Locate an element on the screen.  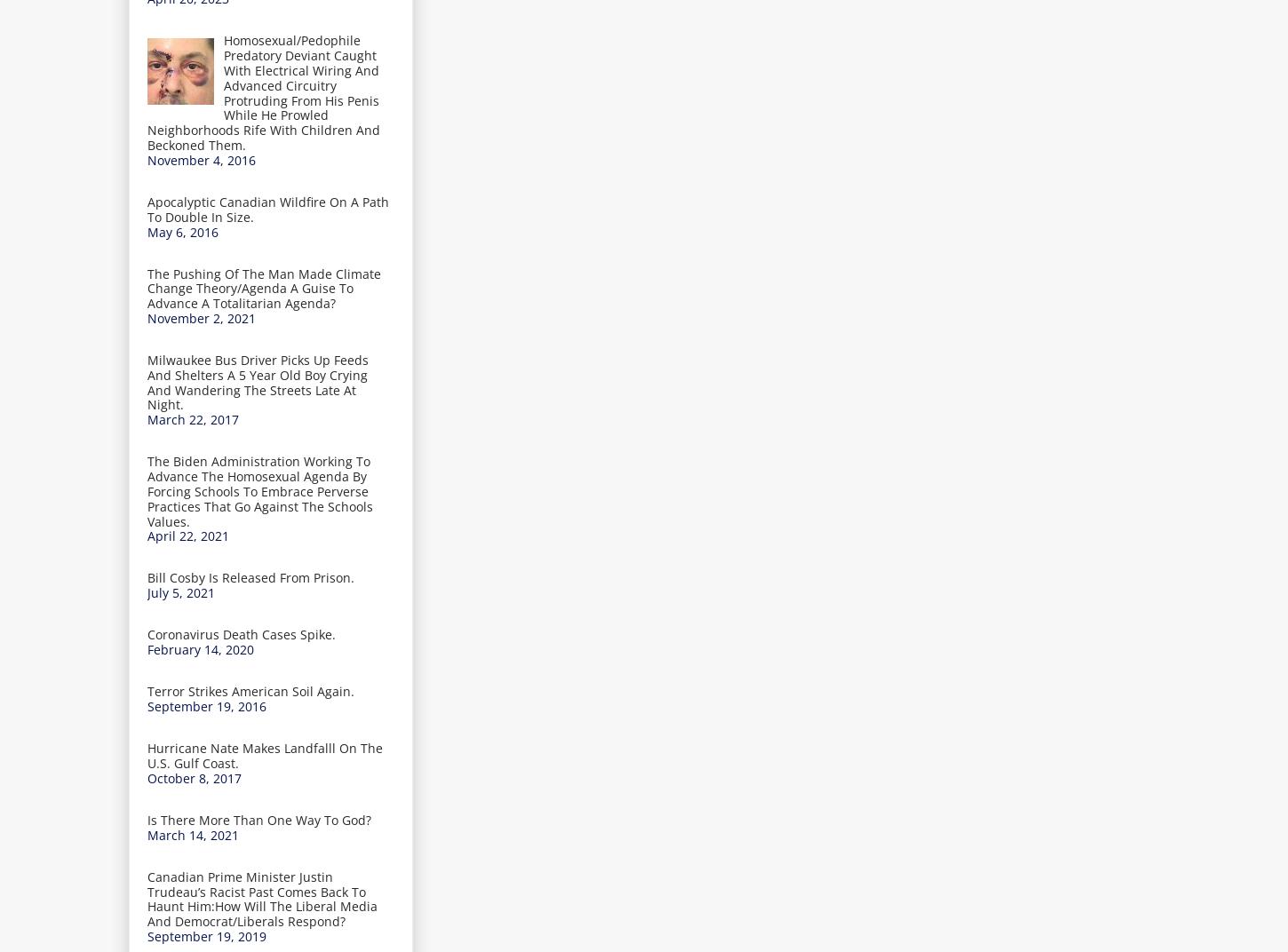
'Canadian Prime Minister Justin Trudeau’s Racist Past Comes Back To Haunt Him:How Will The Liberal Media And Democrat/Liberals Respond?' is located at coordinates (262, 898).